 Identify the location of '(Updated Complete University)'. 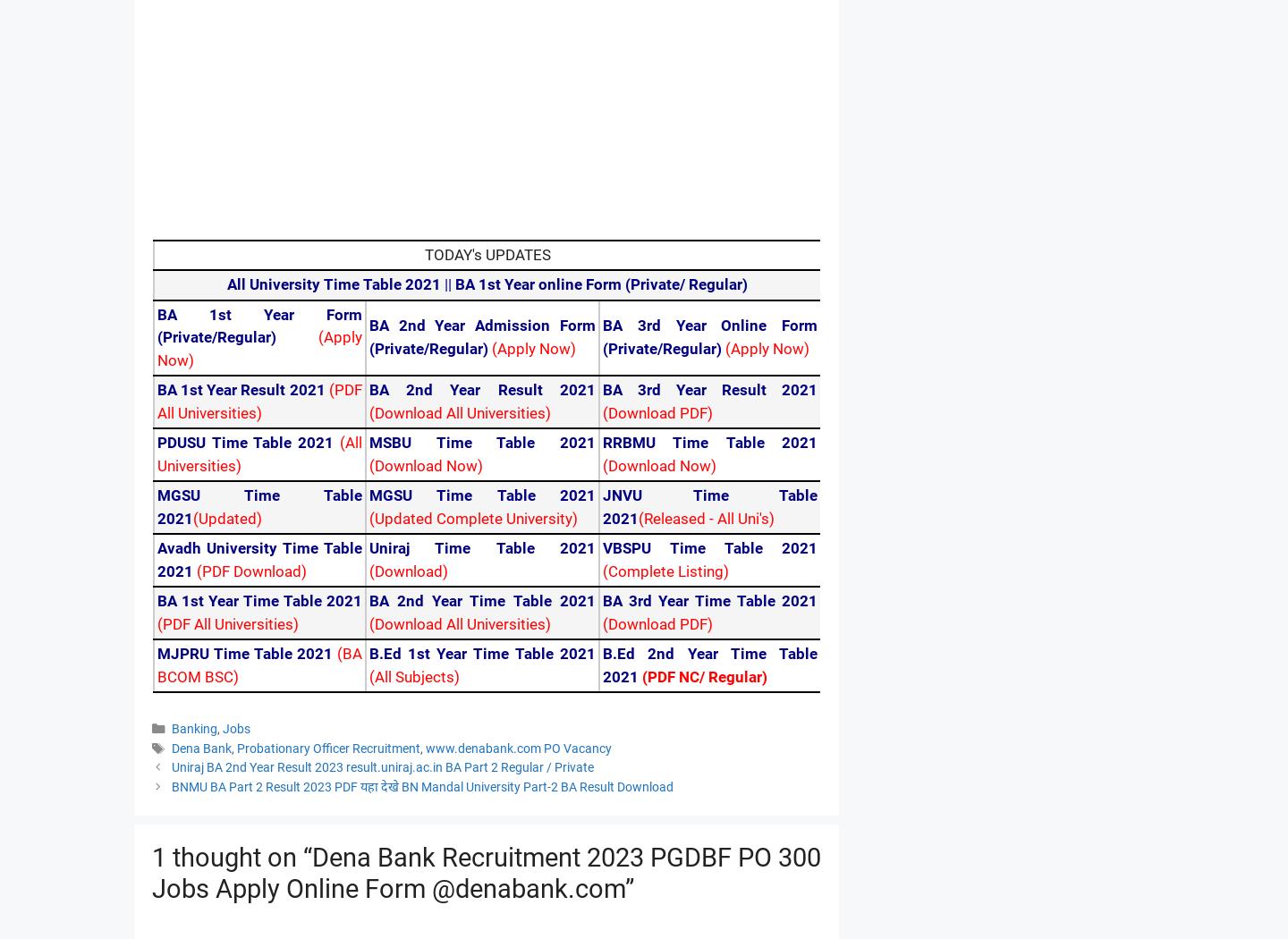
(471, 516).